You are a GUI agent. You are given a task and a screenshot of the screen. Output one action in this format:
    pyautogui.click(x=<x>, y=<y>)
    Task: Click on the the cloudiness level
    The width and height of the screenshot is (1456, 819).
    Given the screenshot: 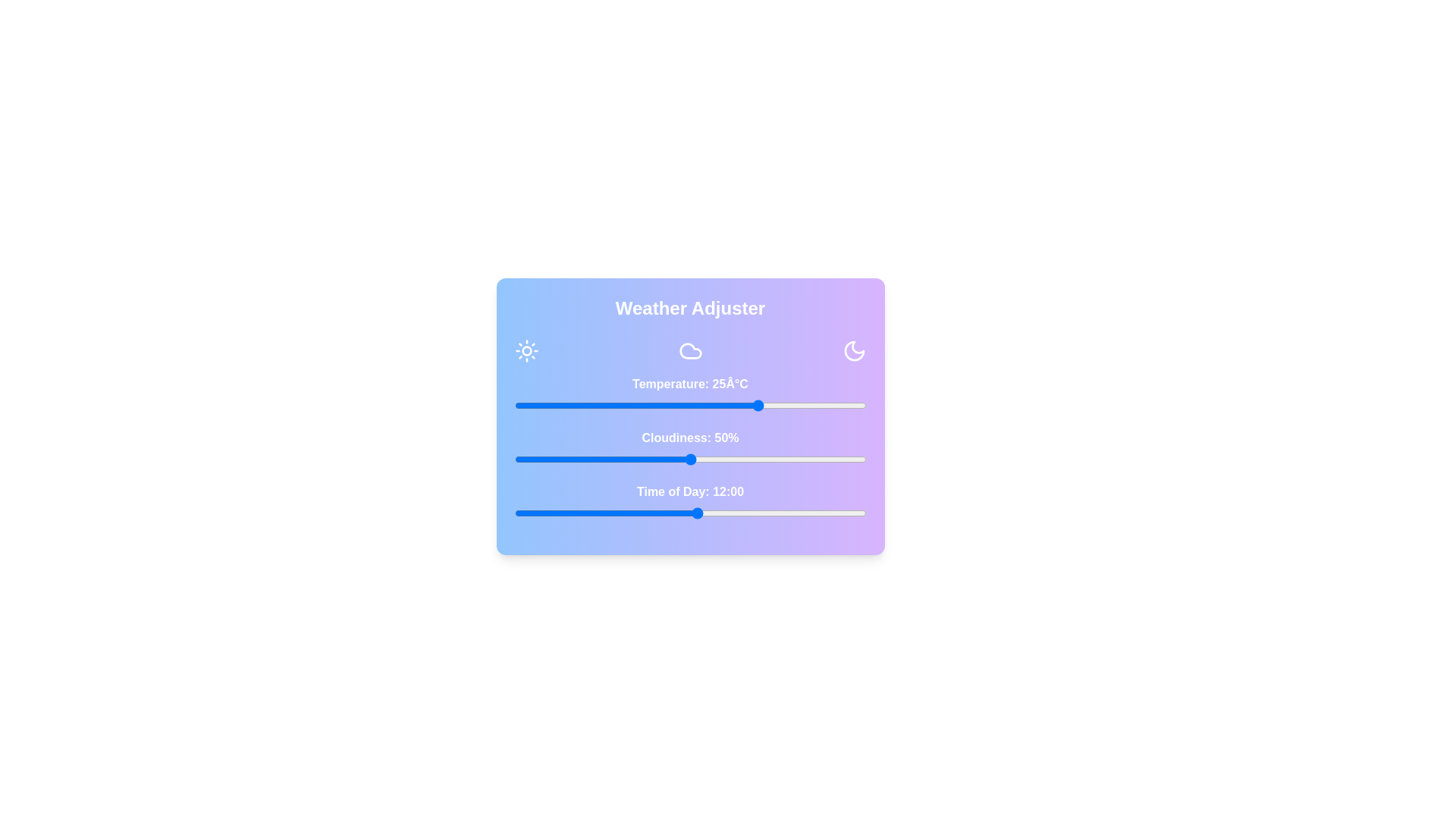 What is the action you would take?
    pyautogui.click(x=514, y=458)
    